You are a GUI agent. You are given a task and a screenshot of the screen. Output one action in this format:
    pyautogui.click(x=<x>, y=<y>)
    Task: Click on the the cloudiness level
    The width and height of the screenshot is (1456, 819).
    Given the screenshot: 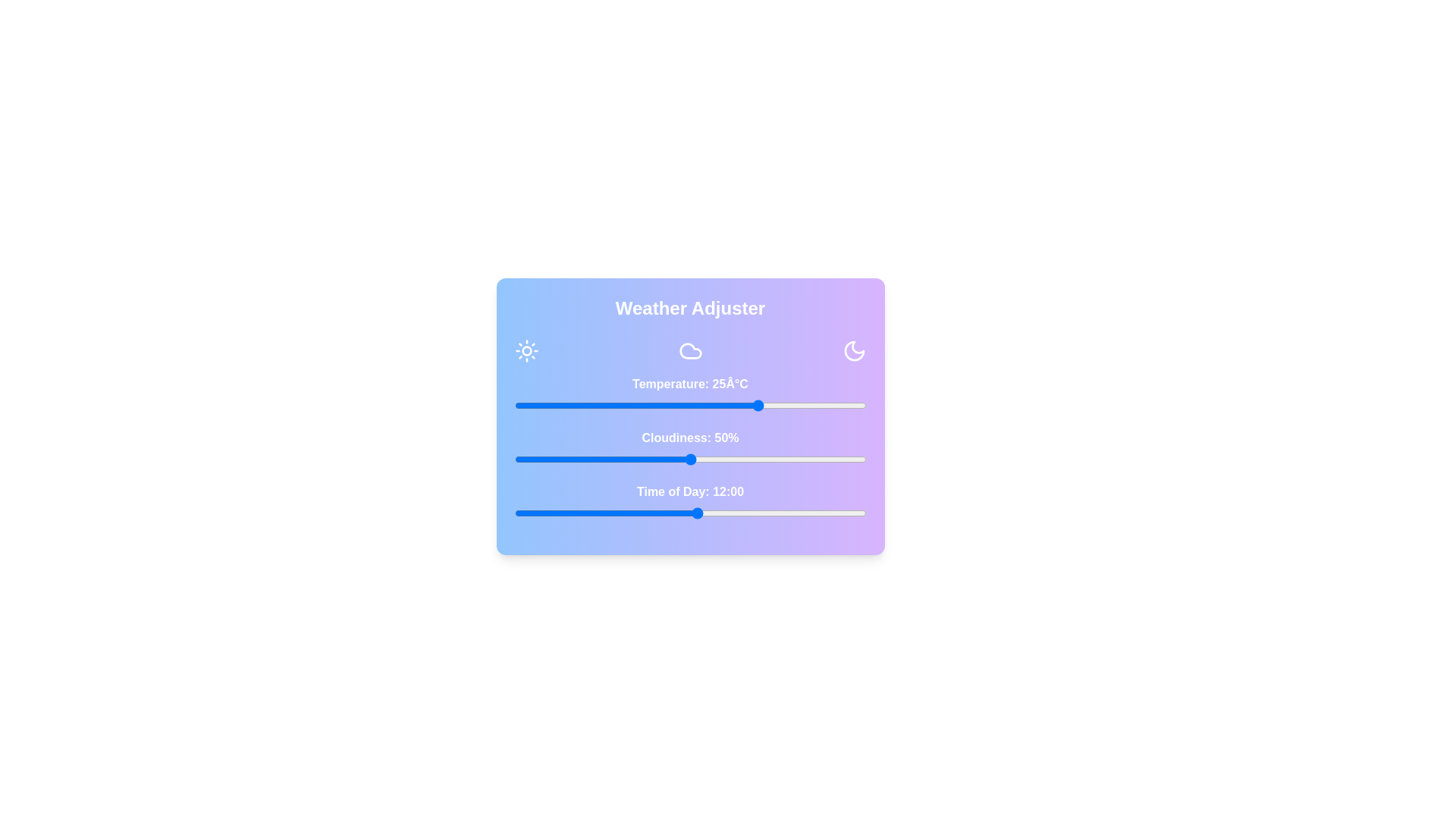 What is the action you would take?
    pyautogui.click(x=514, y=458)
    